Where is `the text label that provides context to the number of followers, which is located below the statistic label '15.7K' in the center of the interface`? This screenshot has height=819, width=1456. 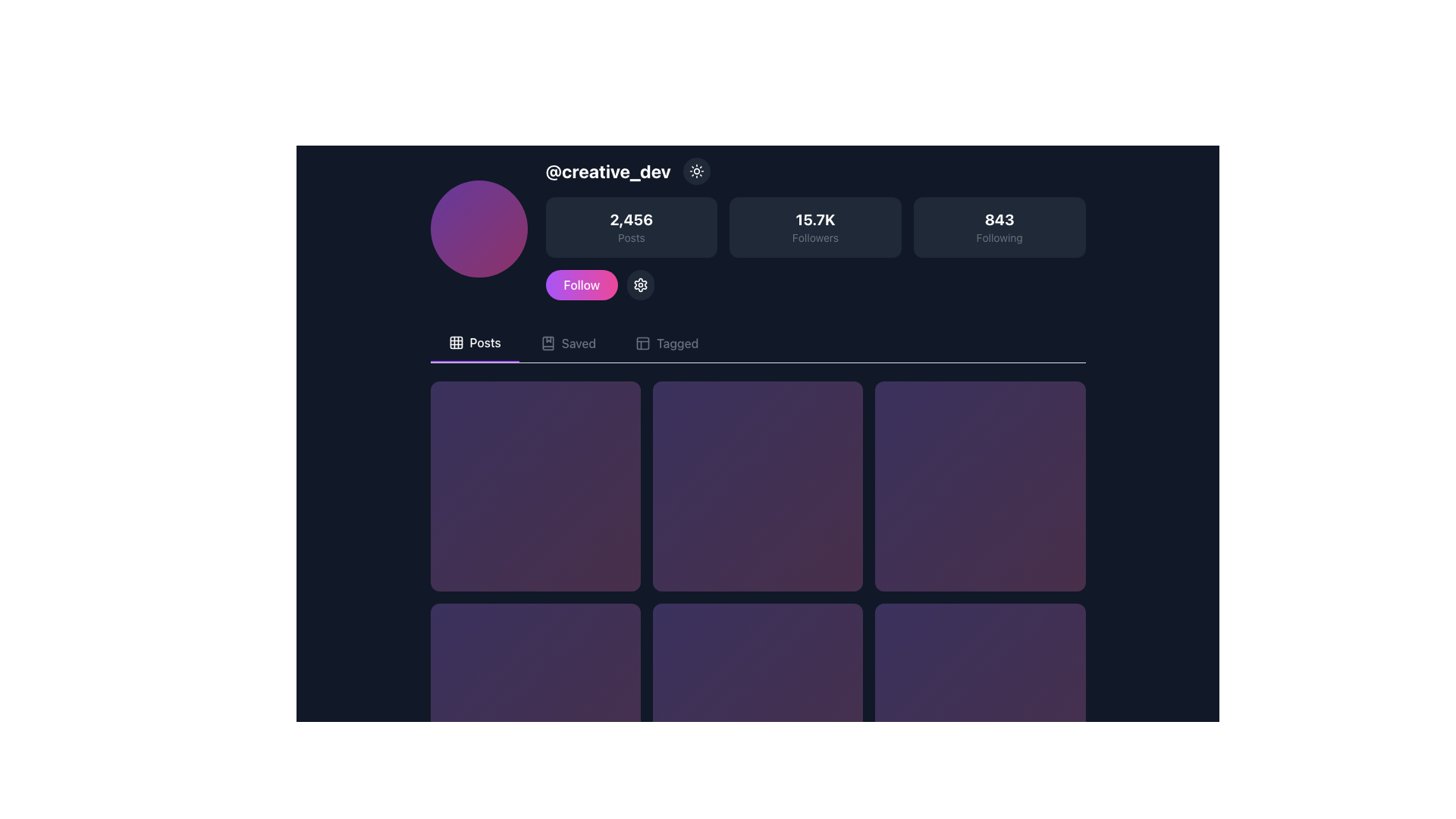
the text label that provides context to the number of followers, which is located below the statistic label '15.7K' in the center of the interface is located at coordinates (814, 237).